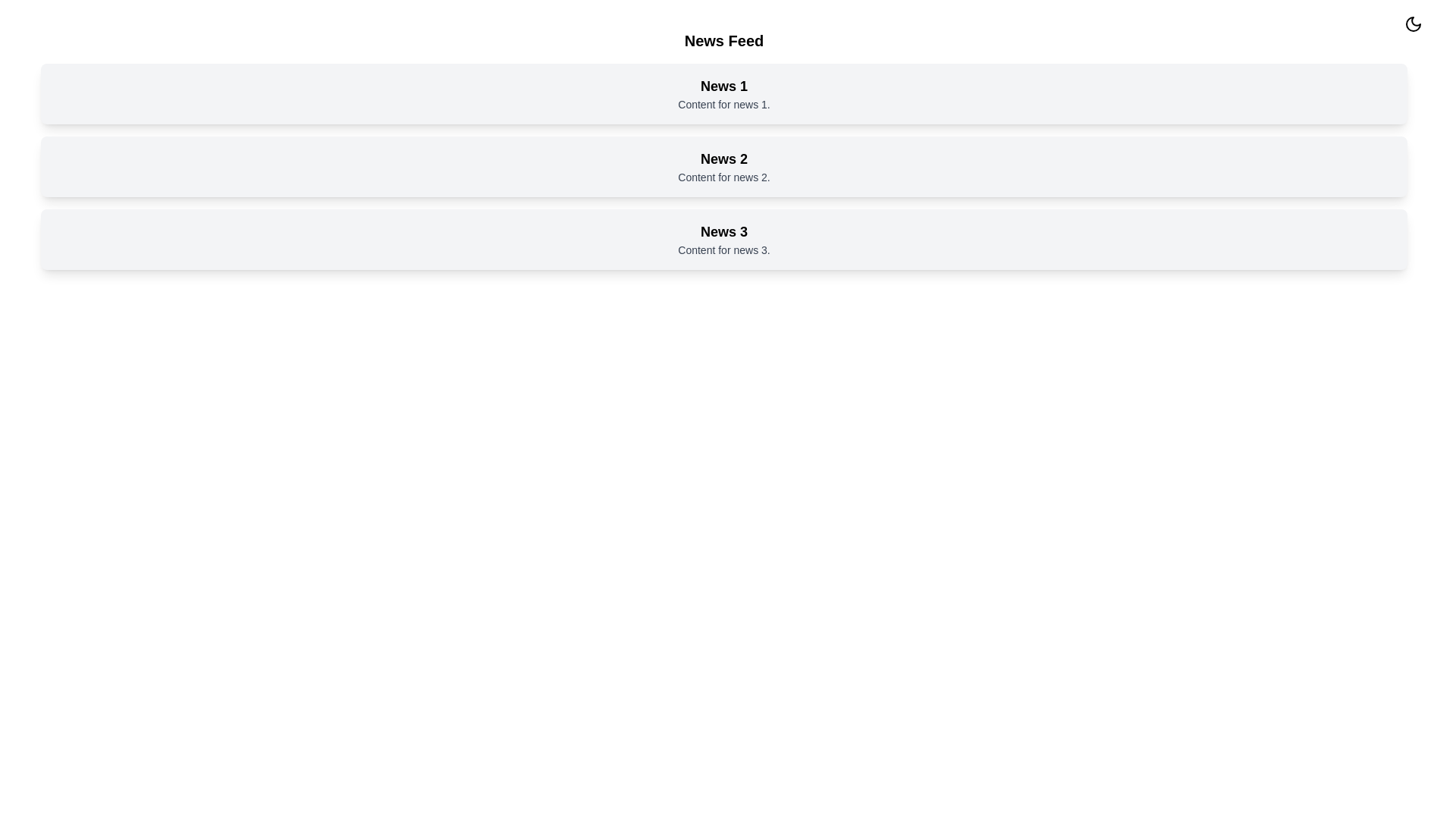 The width and height of the screenshot is (1456, 819). What do you see at coordinates (723, 177) in the screenshot?
I see `the descriptive text label located below the 'News 2' headline in the second card group under the 'News Feed' header` at bounding box center [723, 177].